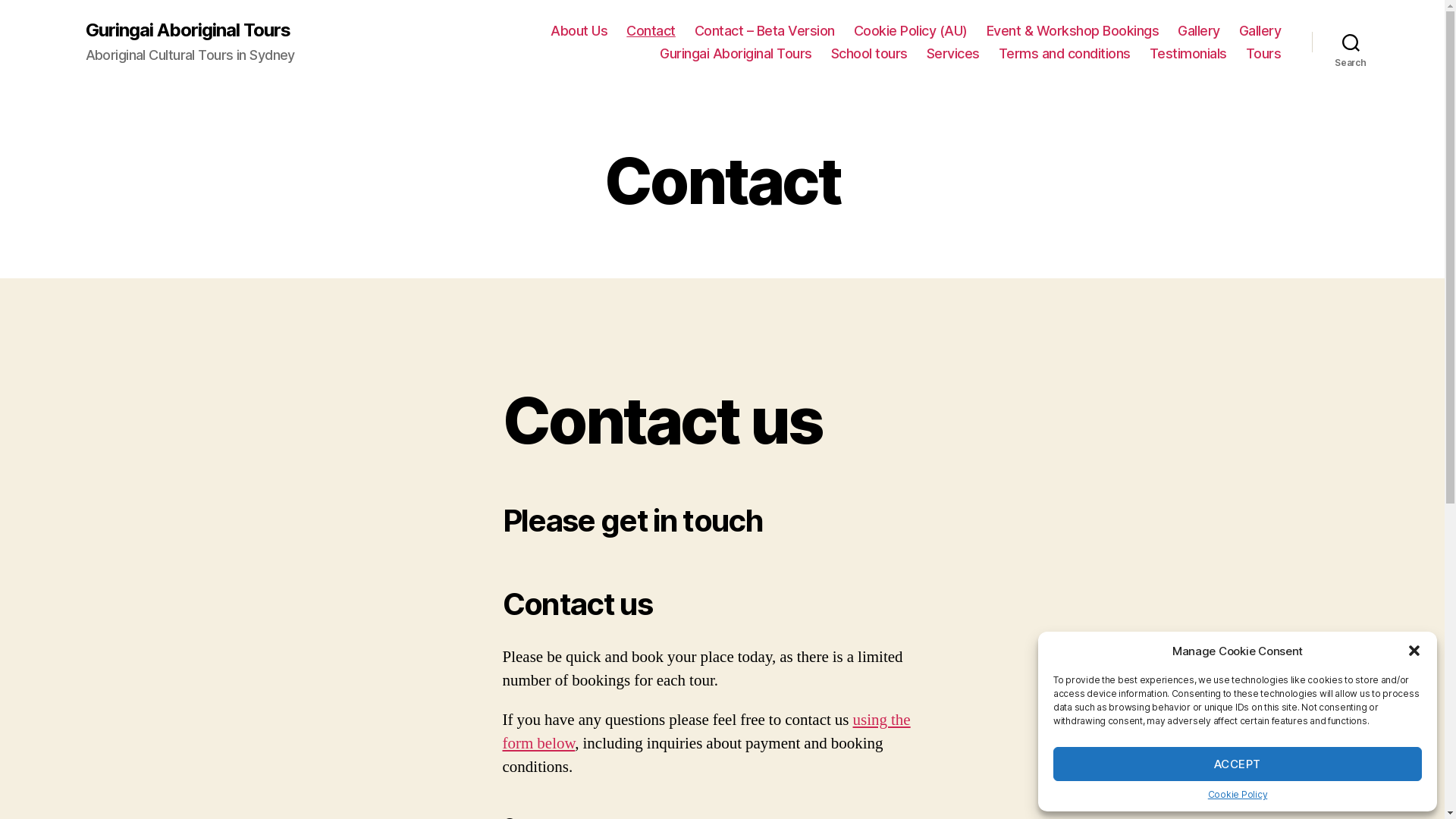 The width and height of the screenshot is (1456, 819). Describe the element at coordinates (1351, 42) in the screenshot. I see `'Search'` at that location.